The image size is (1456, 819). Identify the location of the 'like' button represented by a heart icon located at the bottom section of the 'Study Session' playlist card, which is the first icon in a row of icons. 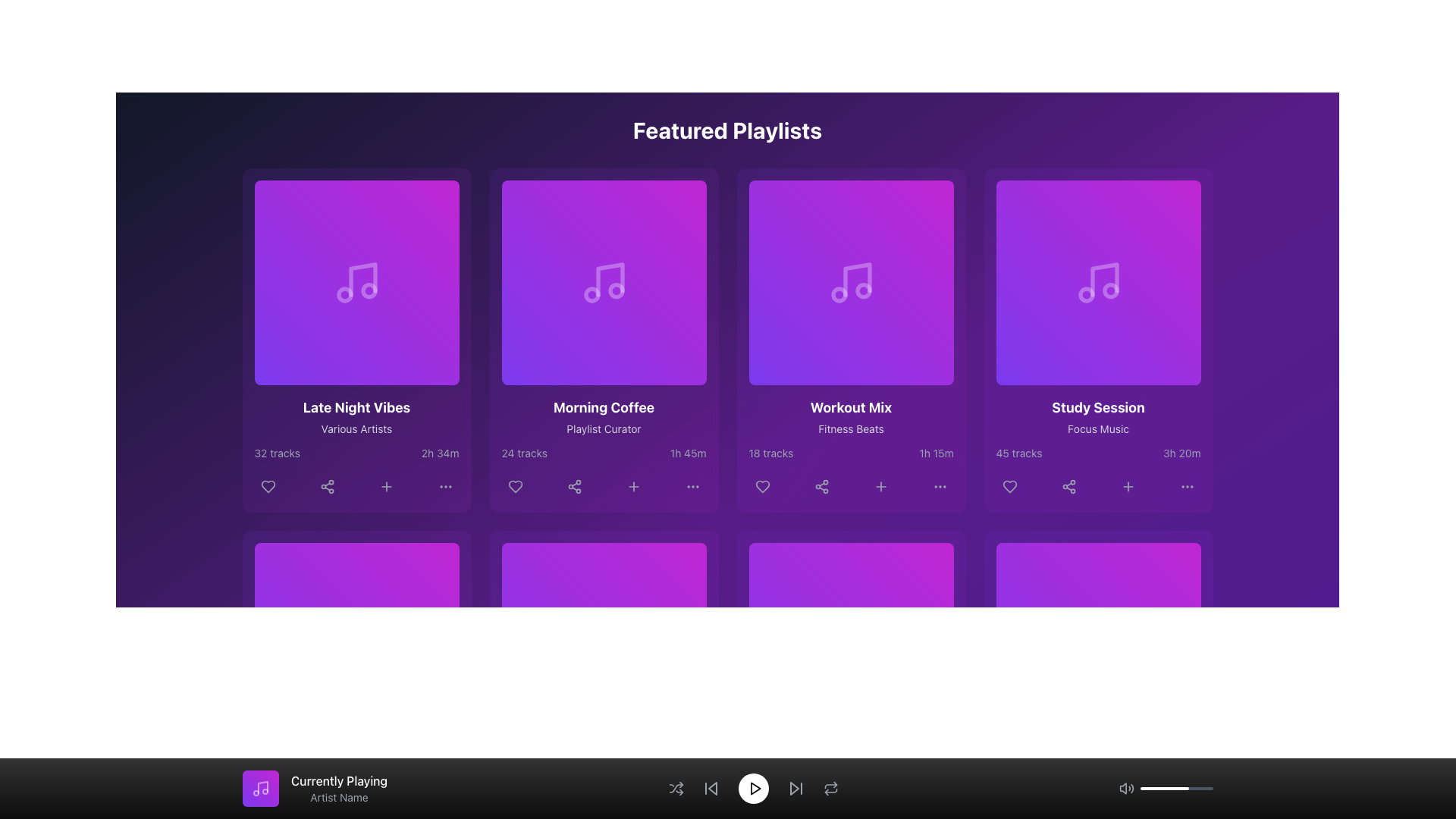
(1009, 486).